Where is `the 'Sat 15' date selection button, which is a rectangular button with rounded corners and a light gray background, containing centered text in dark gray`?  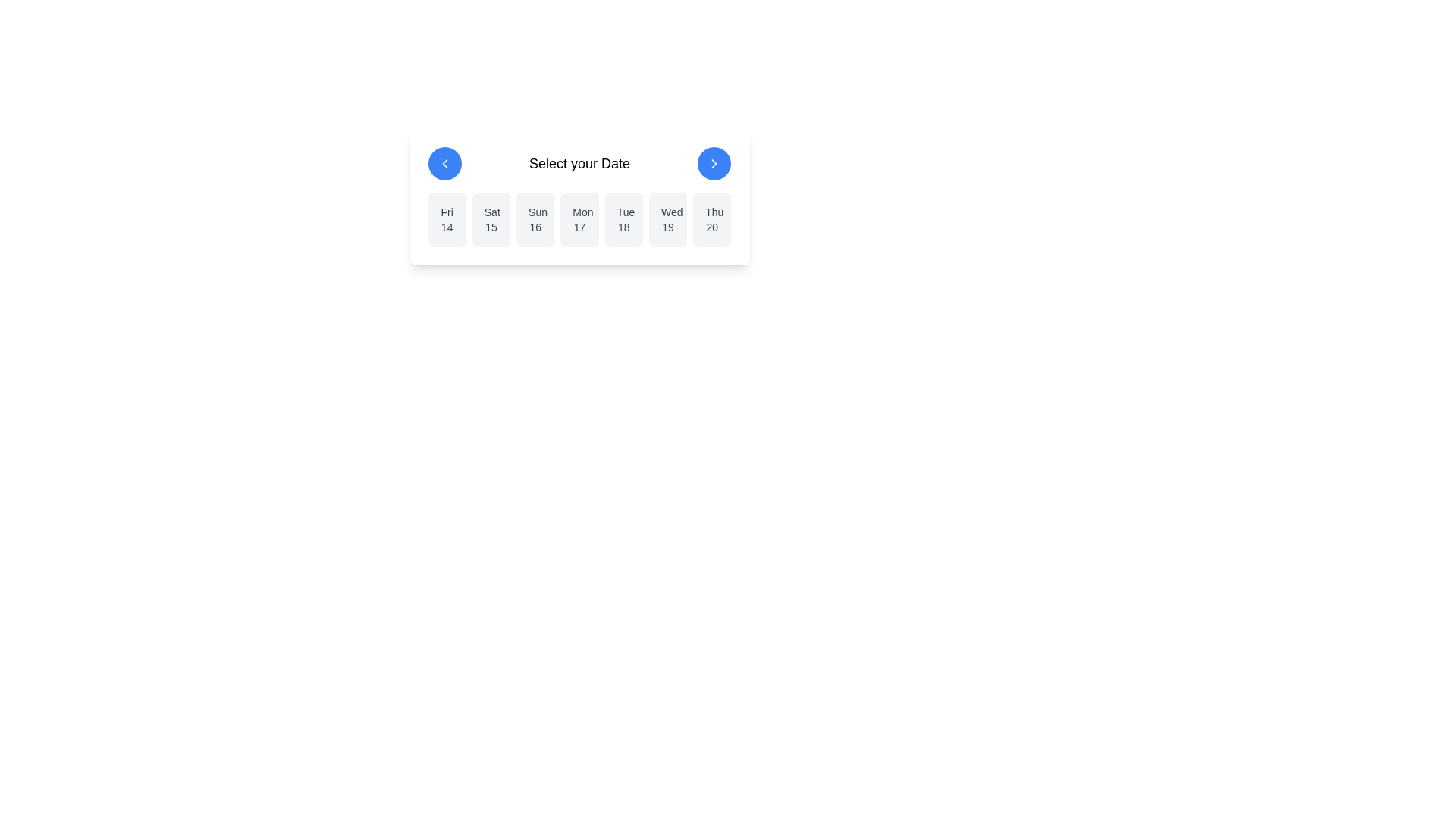
the 'Sat 15' date selection button, which is a rectangular button with rounded corners and a light gray background, containing centered text in dark gray is located at coordinates (491, 219).